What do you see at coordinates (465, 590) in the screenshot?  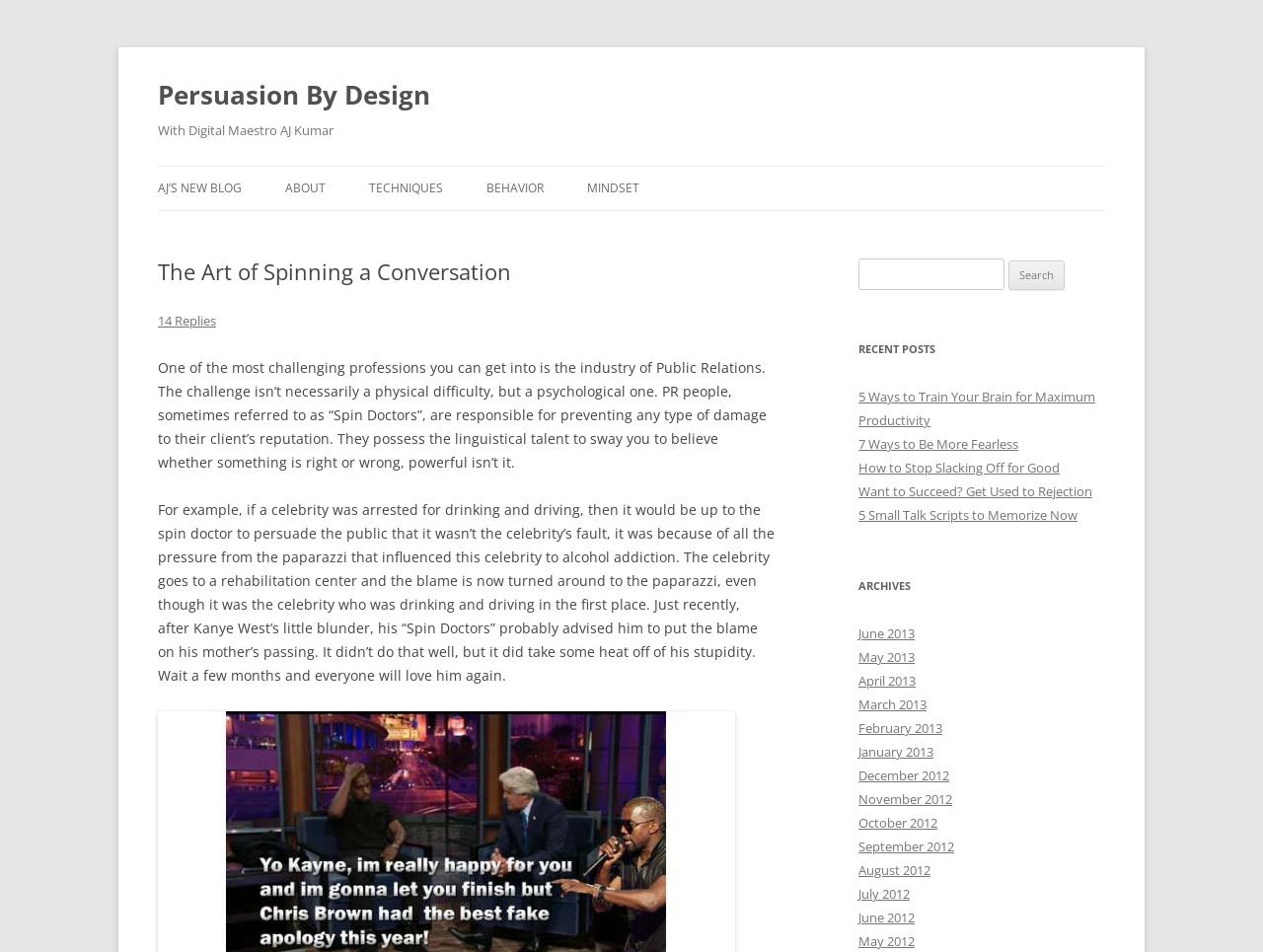 I see `'For example, if a celebrity was arrested for drinking and driving, then it would be up to the spin doctor to persuade the public that it wasn’t the celebrity’s fault, it was because of all the pressure from the paparazzi that influenced this celebrity to alcohol addiction.  The celebrity goes to a rehabilitation center and the blame is now turned around to the paparazzi, even though it was the celebrity who was drinking and driving in the first place. Just recently, after Kanye West’s little blunder, his “Spin Doctors” probably advised him to put the blame on his mother’s passing. It didn’t do that well, but it did take some heat off of his stupidity.  Wait a few months and everyone will love him again.'` at bounding box center [465, 590].